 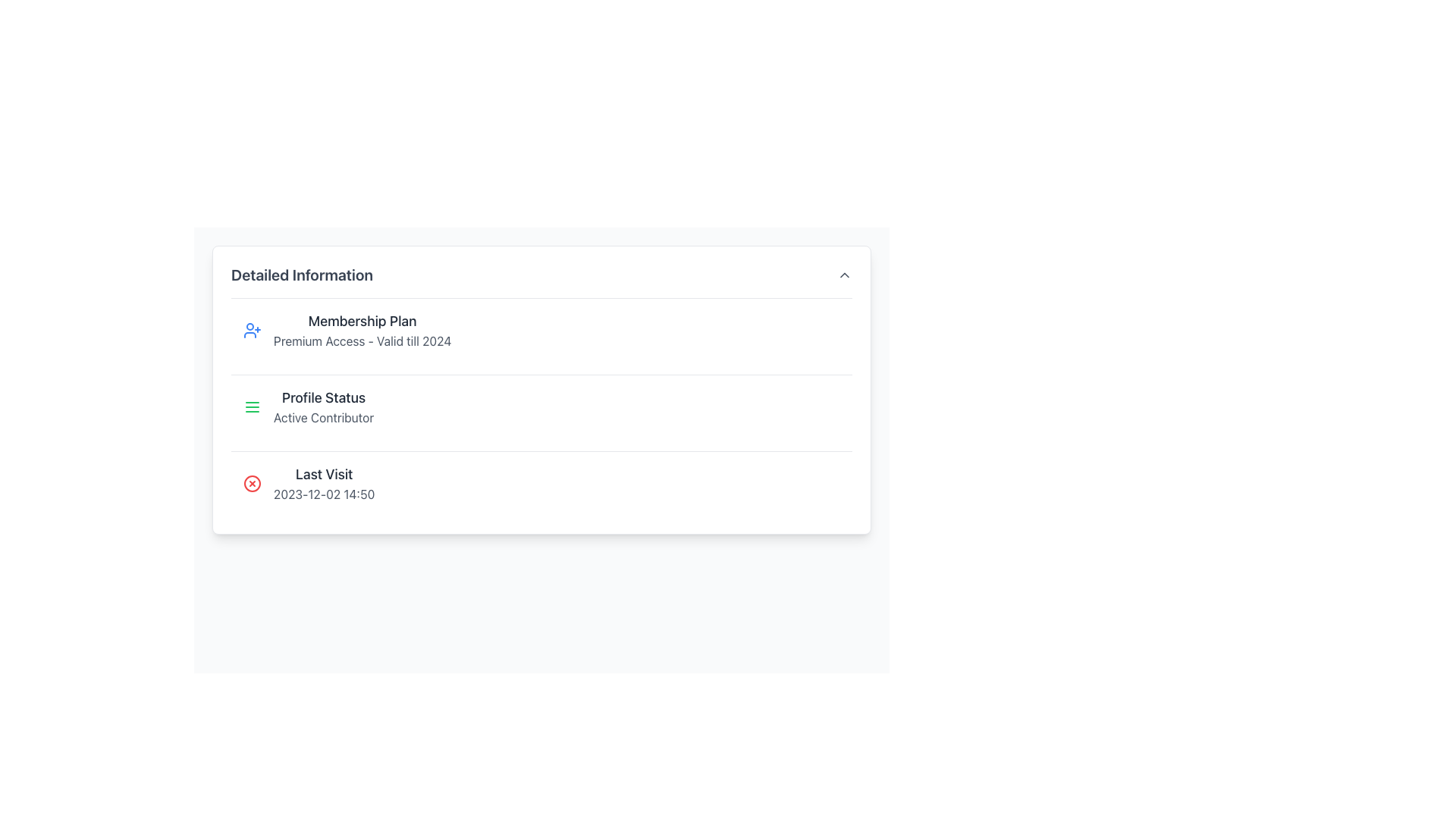 What do you see at coordinates (252, 483) in the screenshot?
I see `the red circular SVG graphic element that represents a button or icon located within the 'Last Visit' section of the card, which is styled with a stroke and contains a cross overlay` at bounding box center [252, 483].